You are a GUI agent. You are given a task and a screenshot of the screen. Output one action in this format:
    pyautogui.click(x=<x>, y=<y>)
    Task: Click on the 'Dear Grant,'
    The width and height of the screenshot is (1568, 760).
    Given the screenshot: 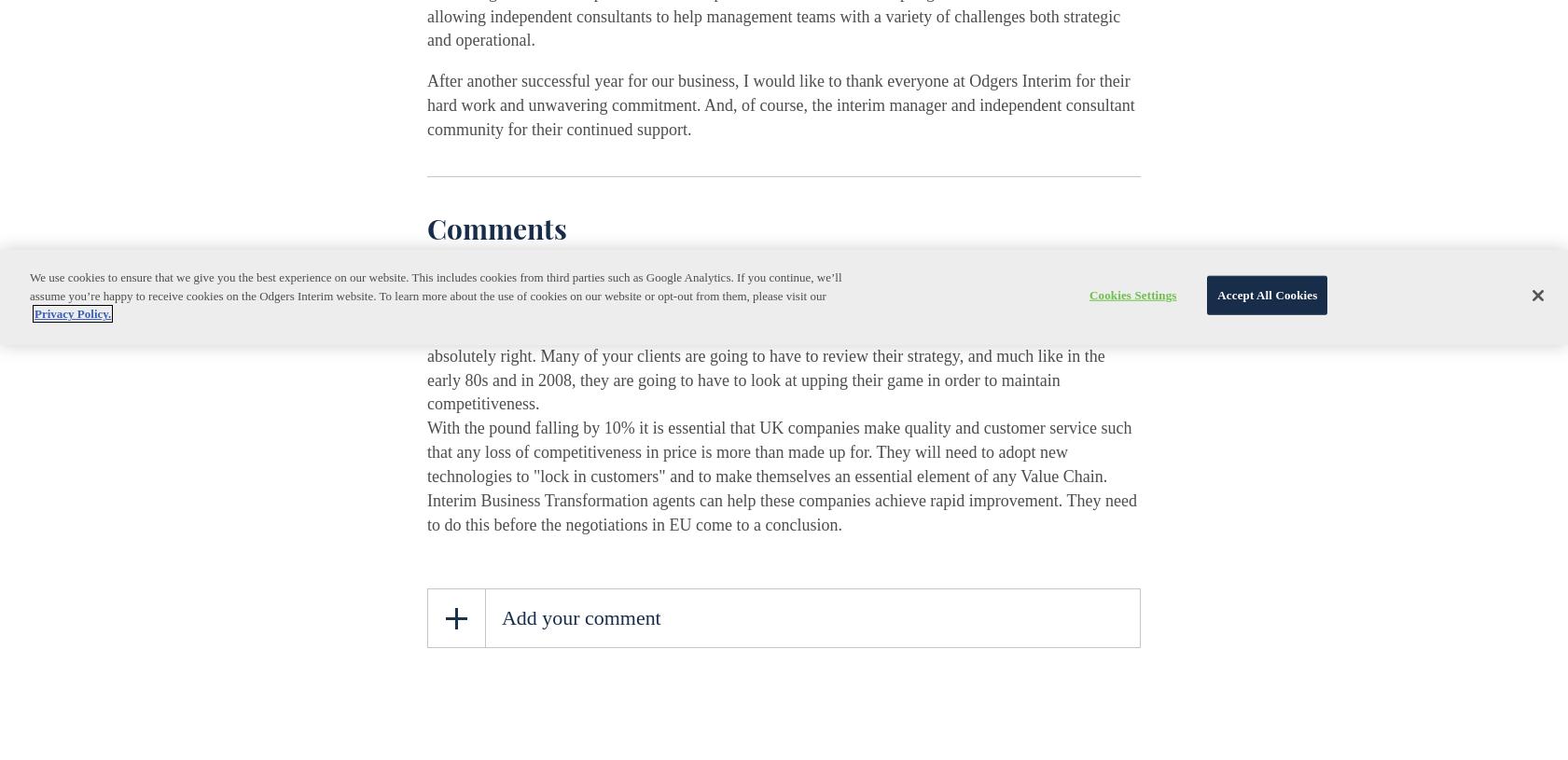 What is the action you would take?
    pyautogui.click(x=465, y=306)
    